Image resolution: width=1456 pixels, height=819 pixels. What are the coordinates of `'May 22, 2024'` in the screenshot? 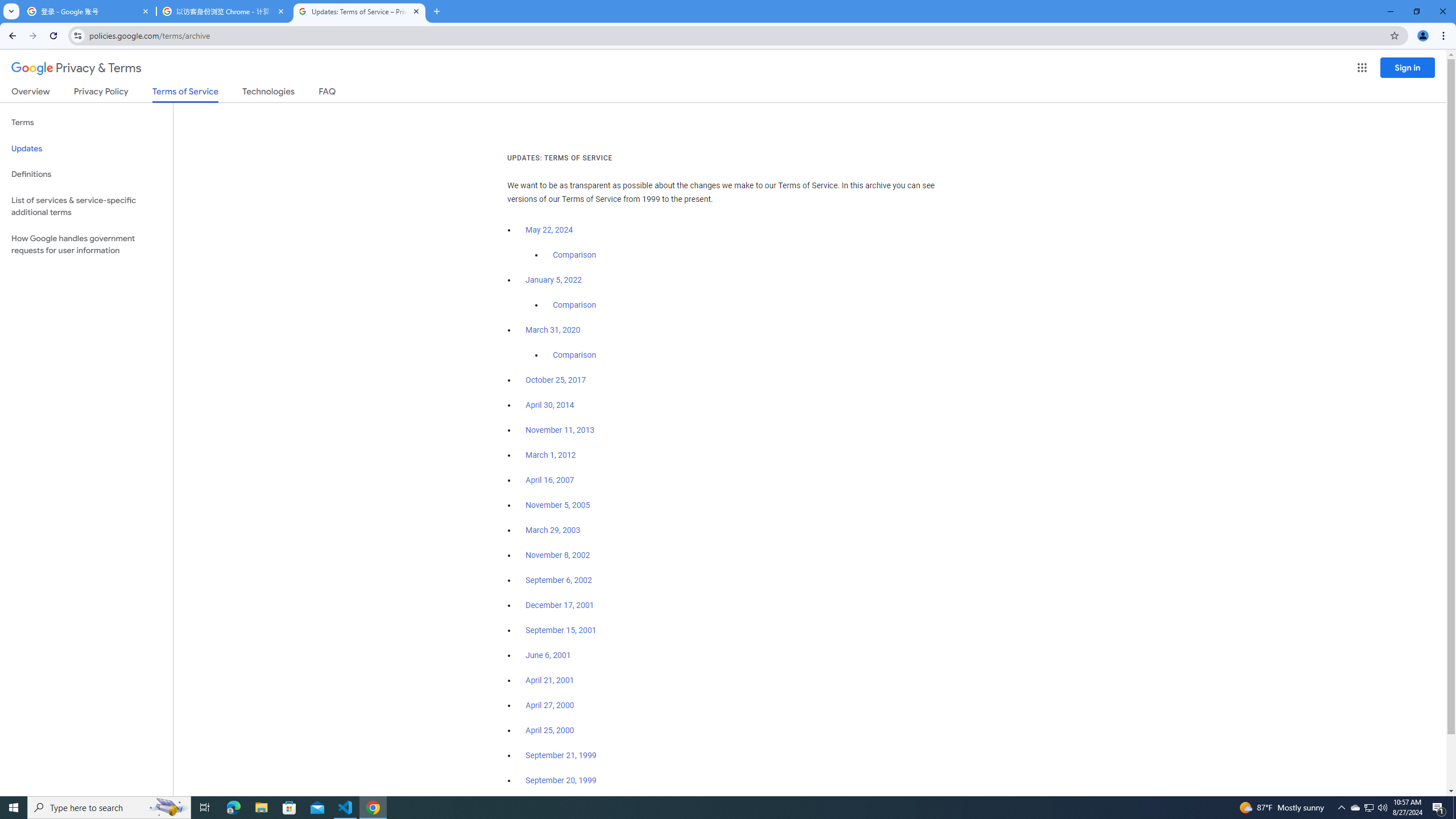 It's located at (549, 230).